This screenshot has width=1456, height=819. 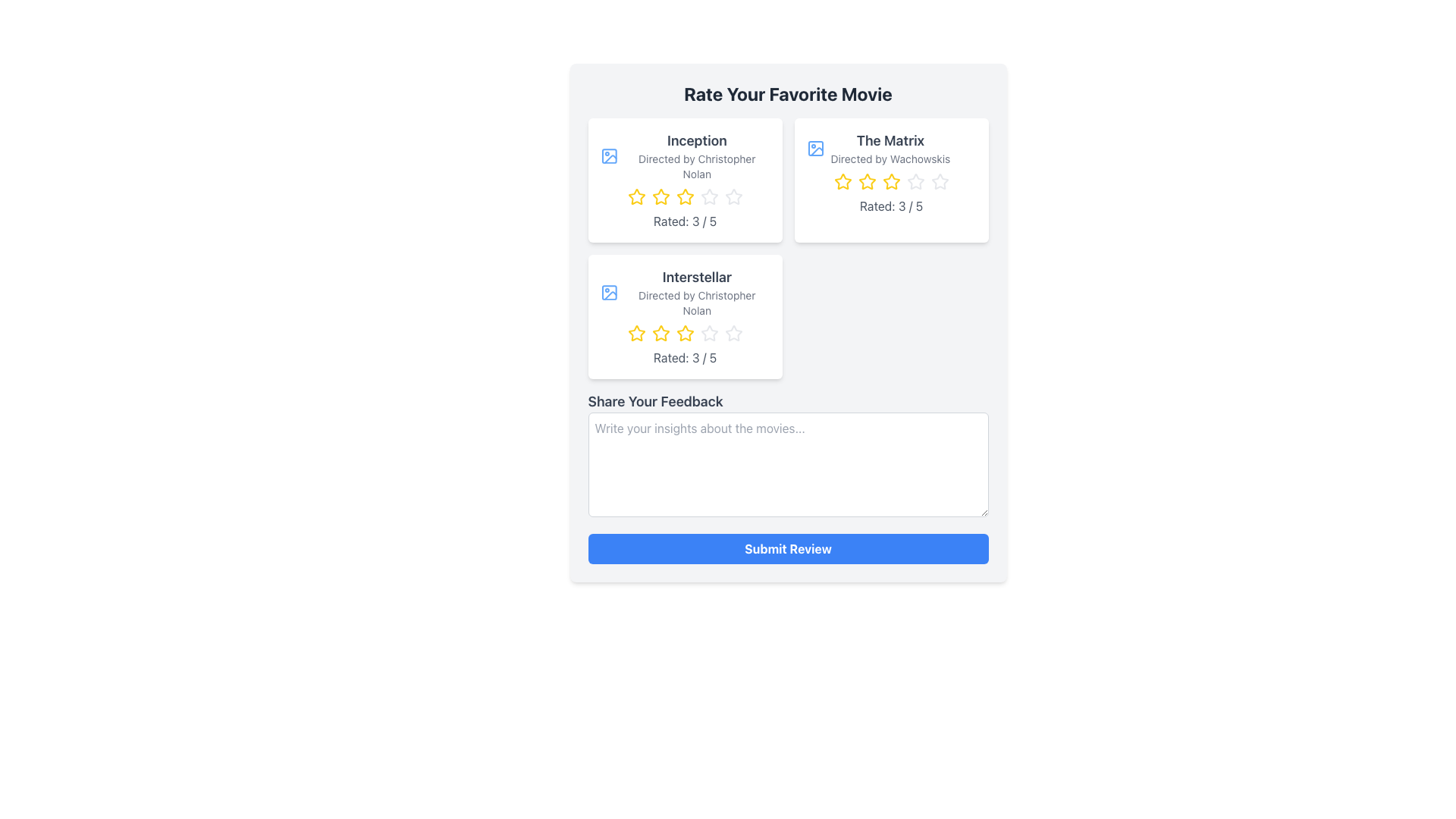 What do you see at coordinates (684, 221) in the screenshot?
I see `the informational text label displaying 'Rated: 3 / 5' which is positioned beneath the rating stars for the movie 'Inception'` at bounding box center [684, 221].